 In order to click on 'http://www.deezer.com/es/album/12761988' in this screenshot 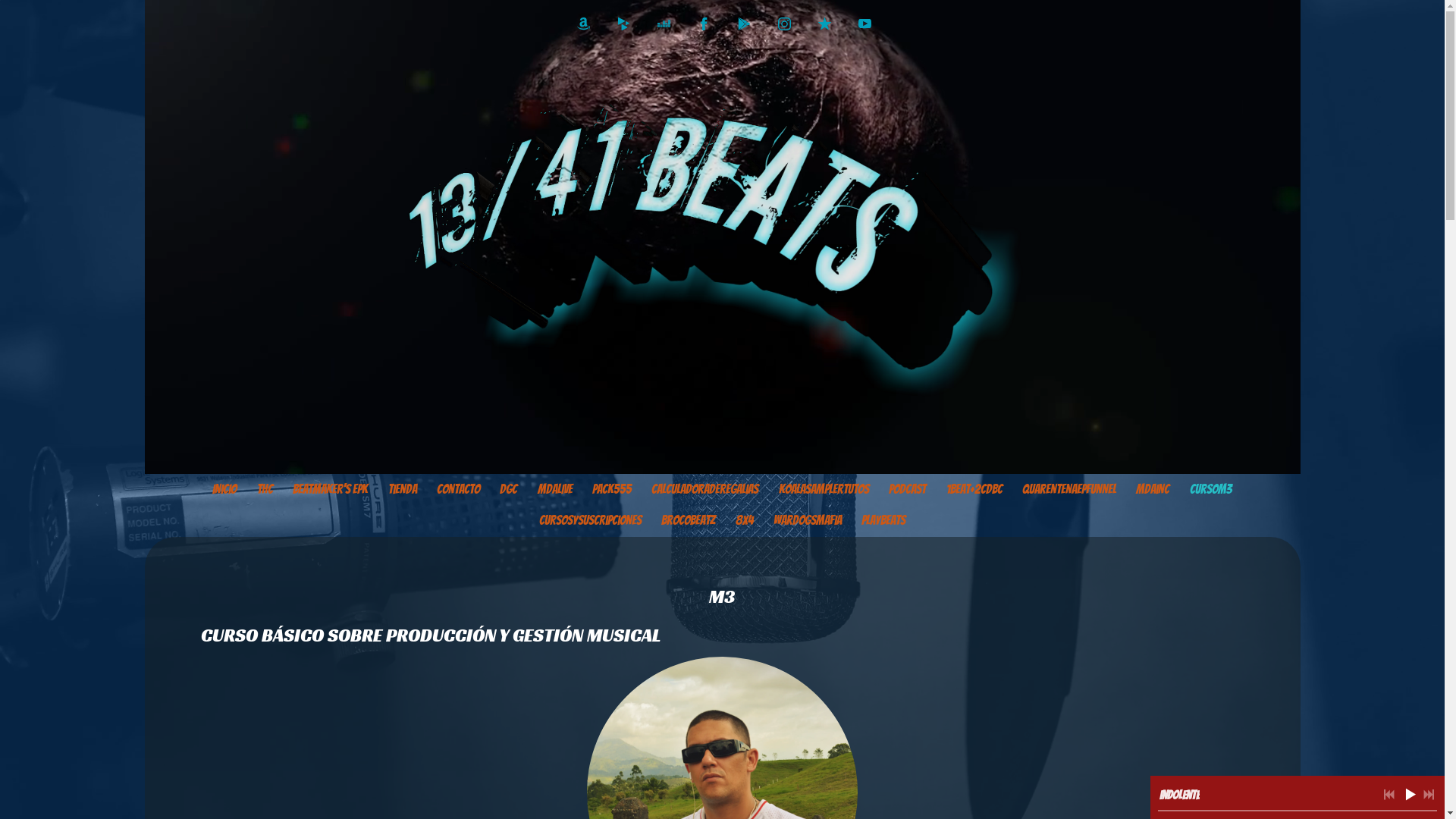, I will do `click(663, 24)`.